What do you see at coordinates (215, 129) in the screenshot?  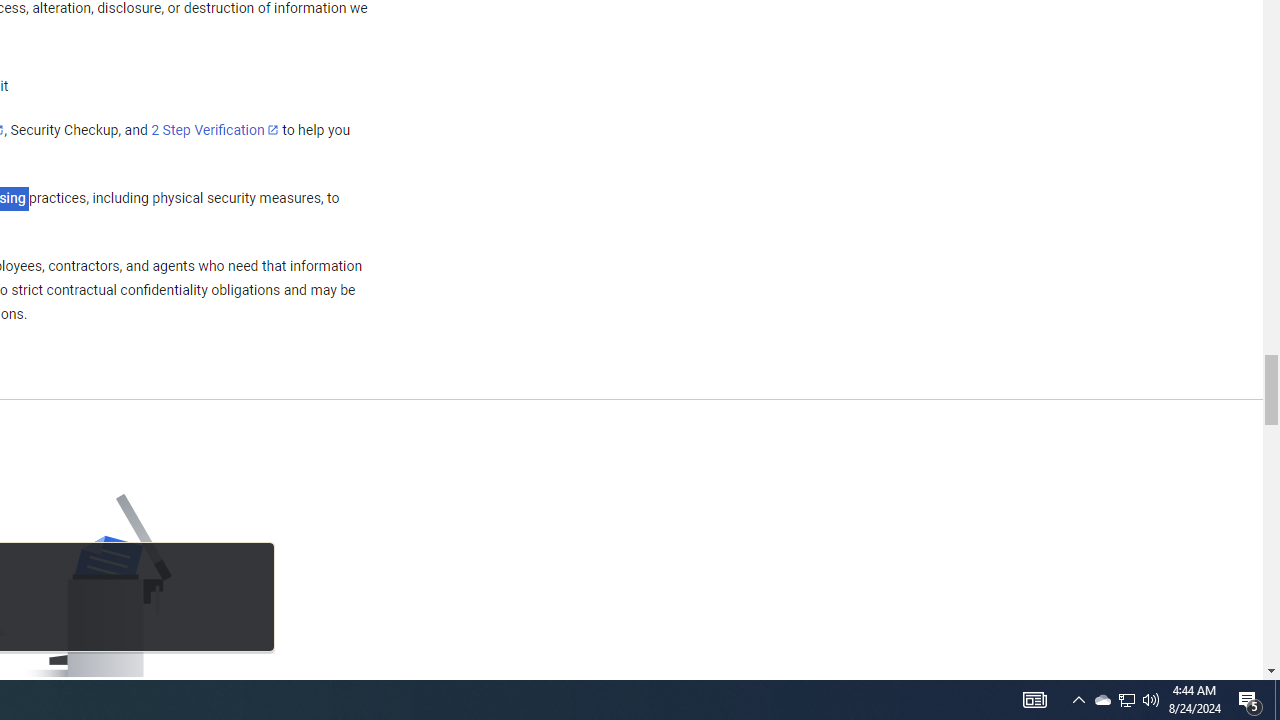 I see `'2 Step Verification'` at bounding box center [215, 129].